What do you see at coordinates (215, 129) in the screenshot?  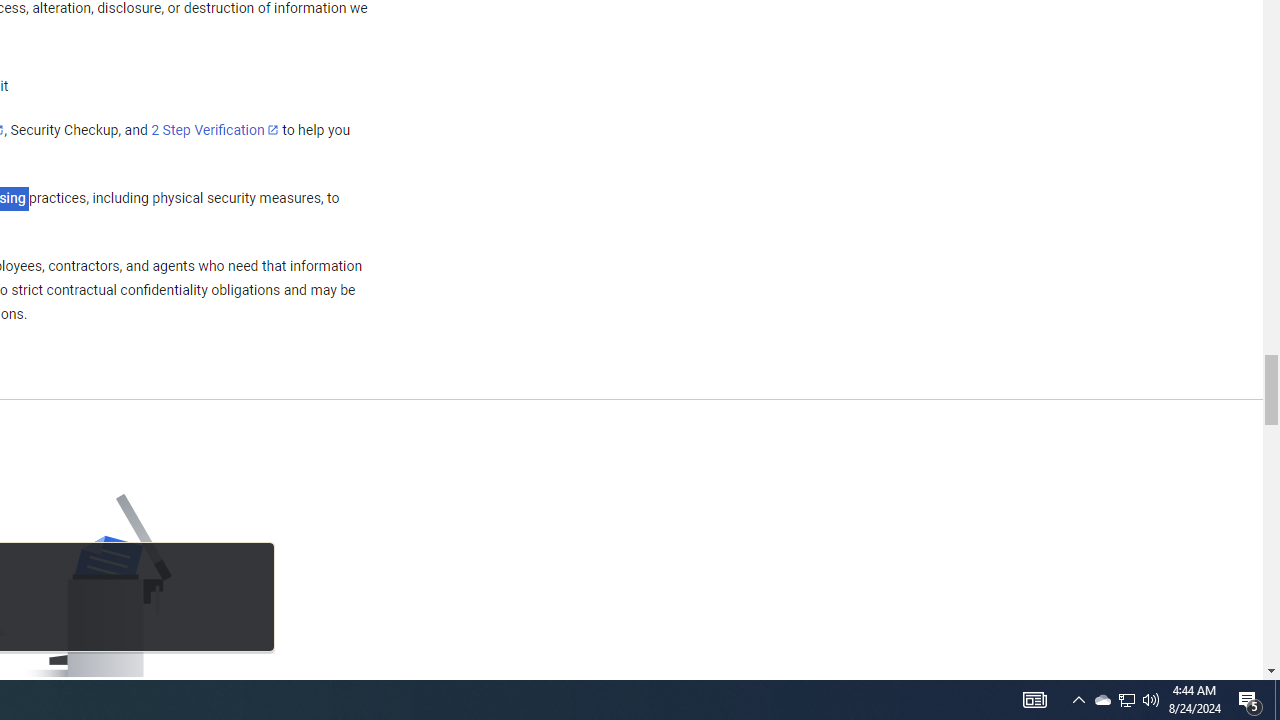 I see `'2 Step Verification'` at bounding box center [215, 129].